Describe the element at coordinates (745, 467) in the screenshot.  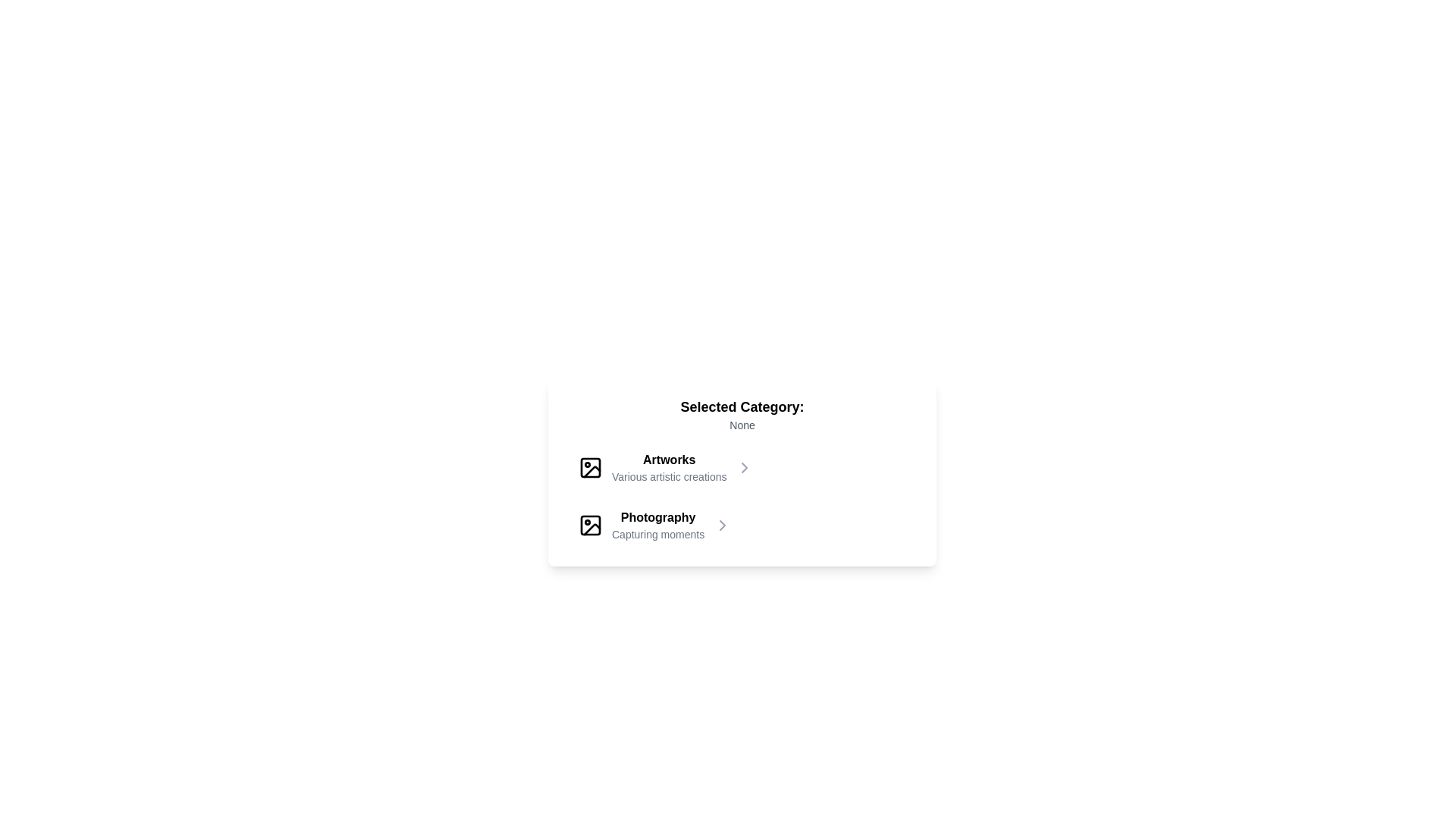
I see `the Icon Button located to the right of the 'Artworks' label` at that location.